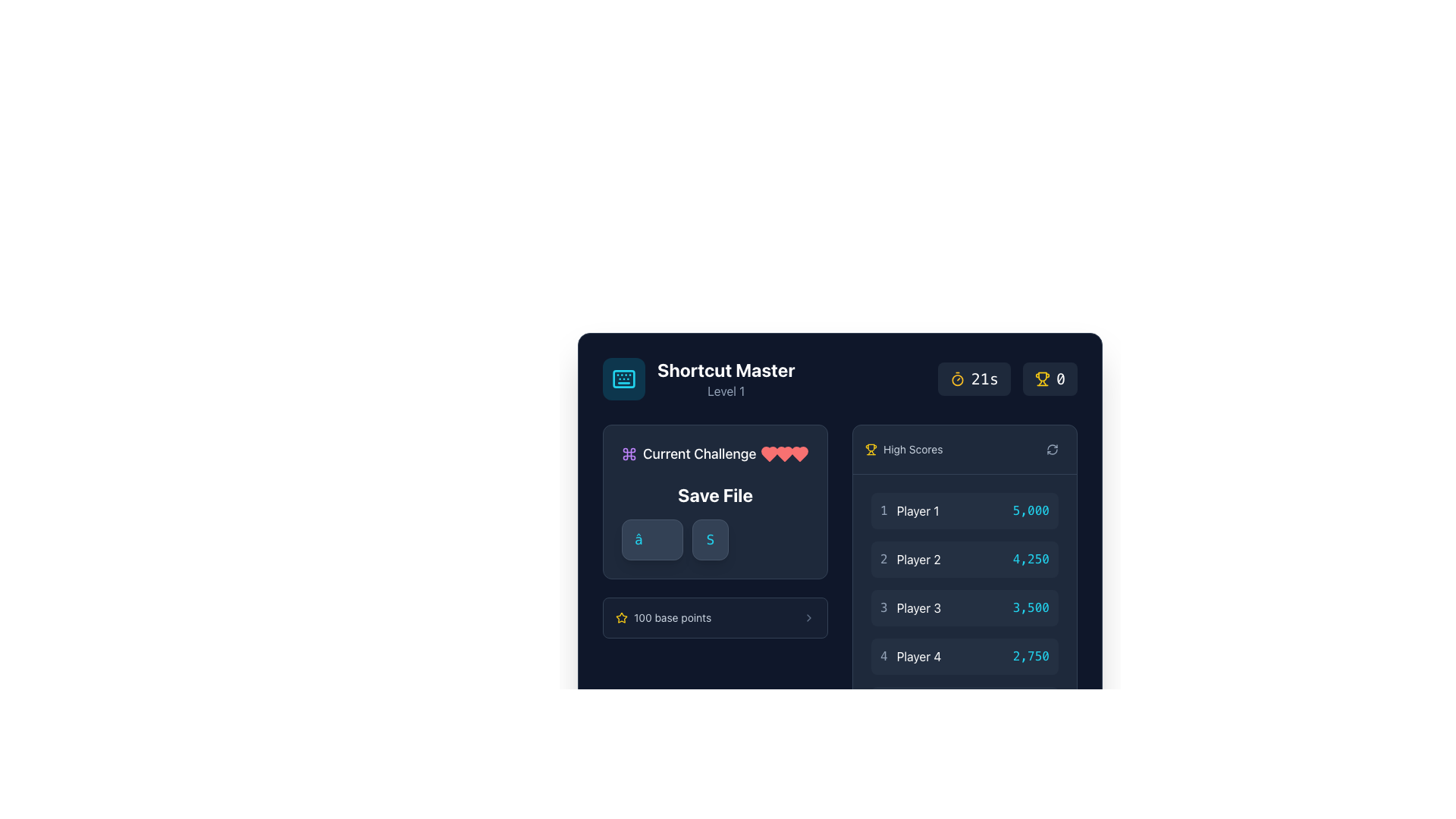 The height and width of the screenshot is (819, 1456). What do you see at coordinates (629, 453) in the screenshot?
I see `the purple command icon located to the left of the 'Current Challenge' text in the title bar of the subsection` at bounding box center [629, 453].